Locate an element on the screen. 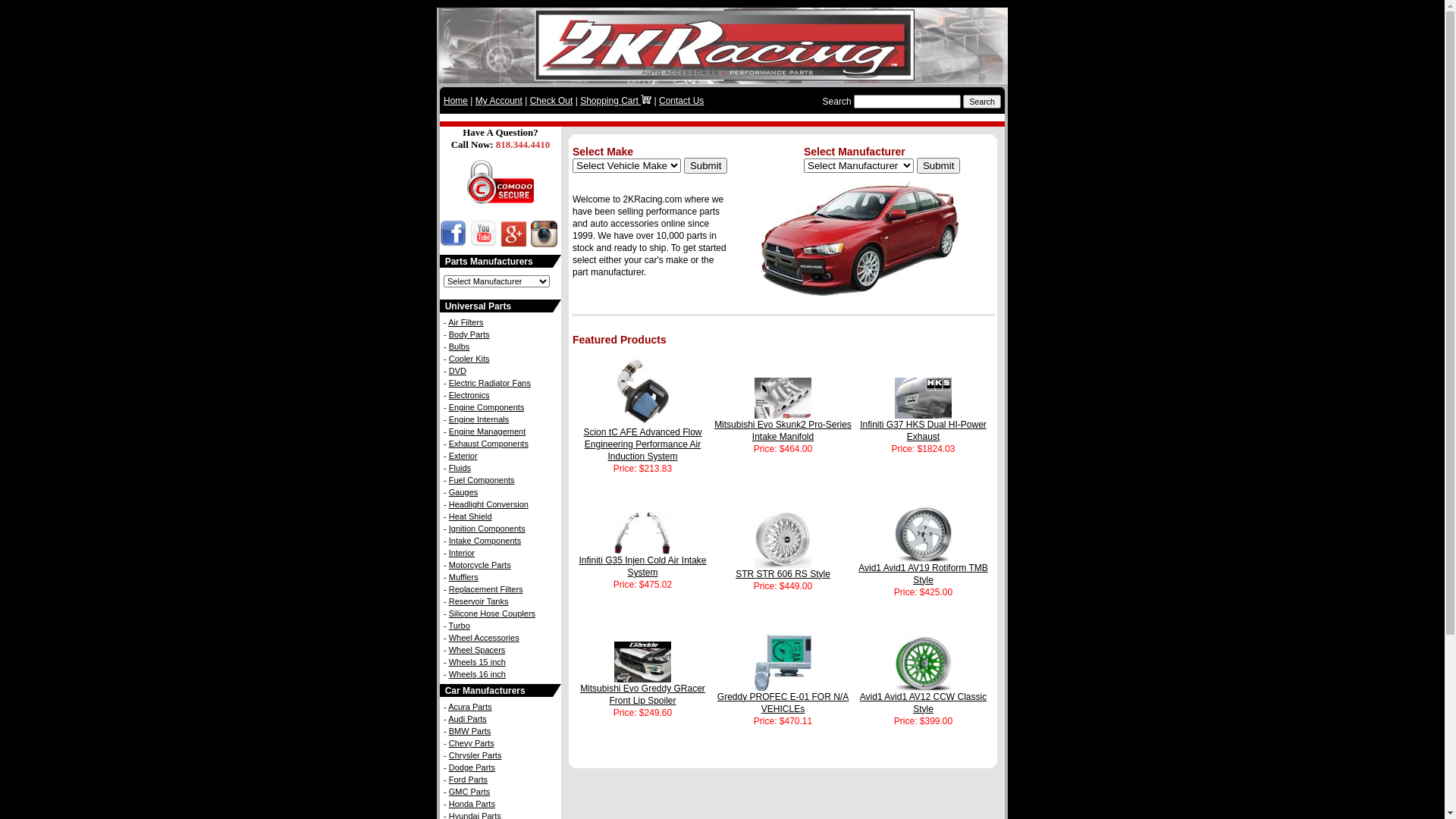 The width and height of the screenshot is (1456, 819). 'Fluids' is located at coordinates (459, 467).